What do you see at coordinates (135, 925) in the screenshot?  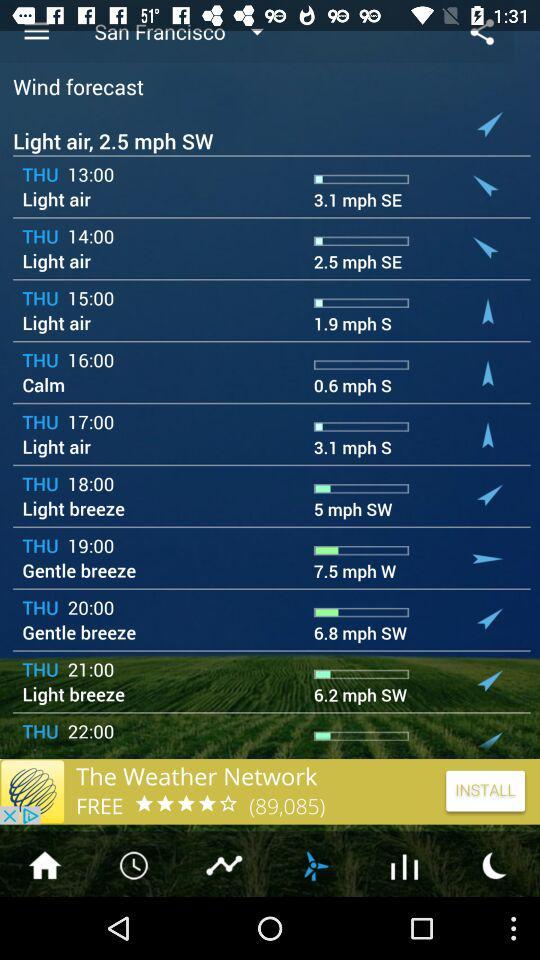 I see `the time icon` at bounding box center [135, 925].